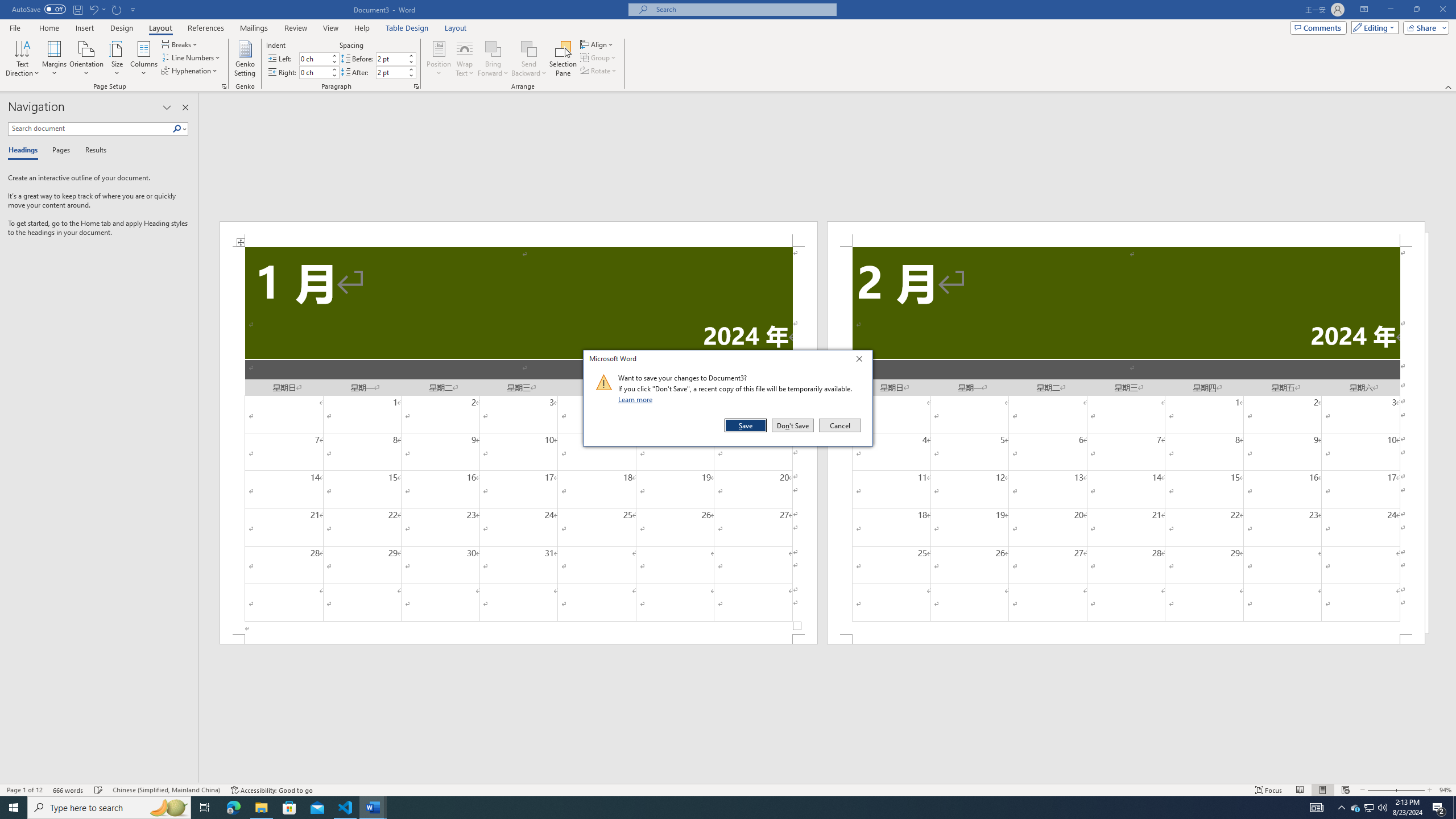  What do you see at coordinates (165, 790) in the screenshot?
I see `'Language Chinese (Simplified, Mainland China)'` at bounding box center [165, 790].